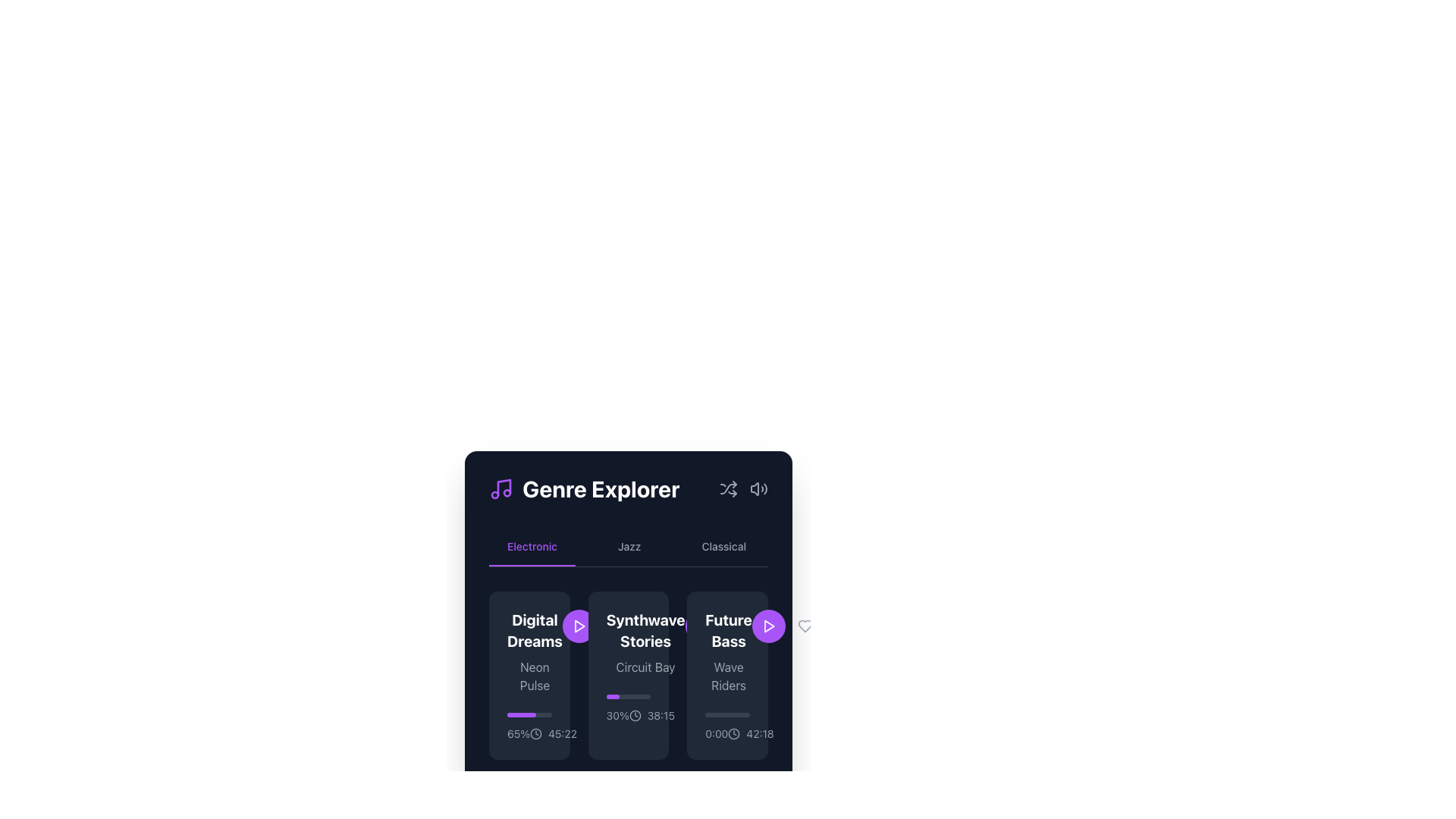 This screenshot has height=819, width=1456. I want to click on the Play button located at the top-right corner of the Future Bass panel, so click(795, 626).